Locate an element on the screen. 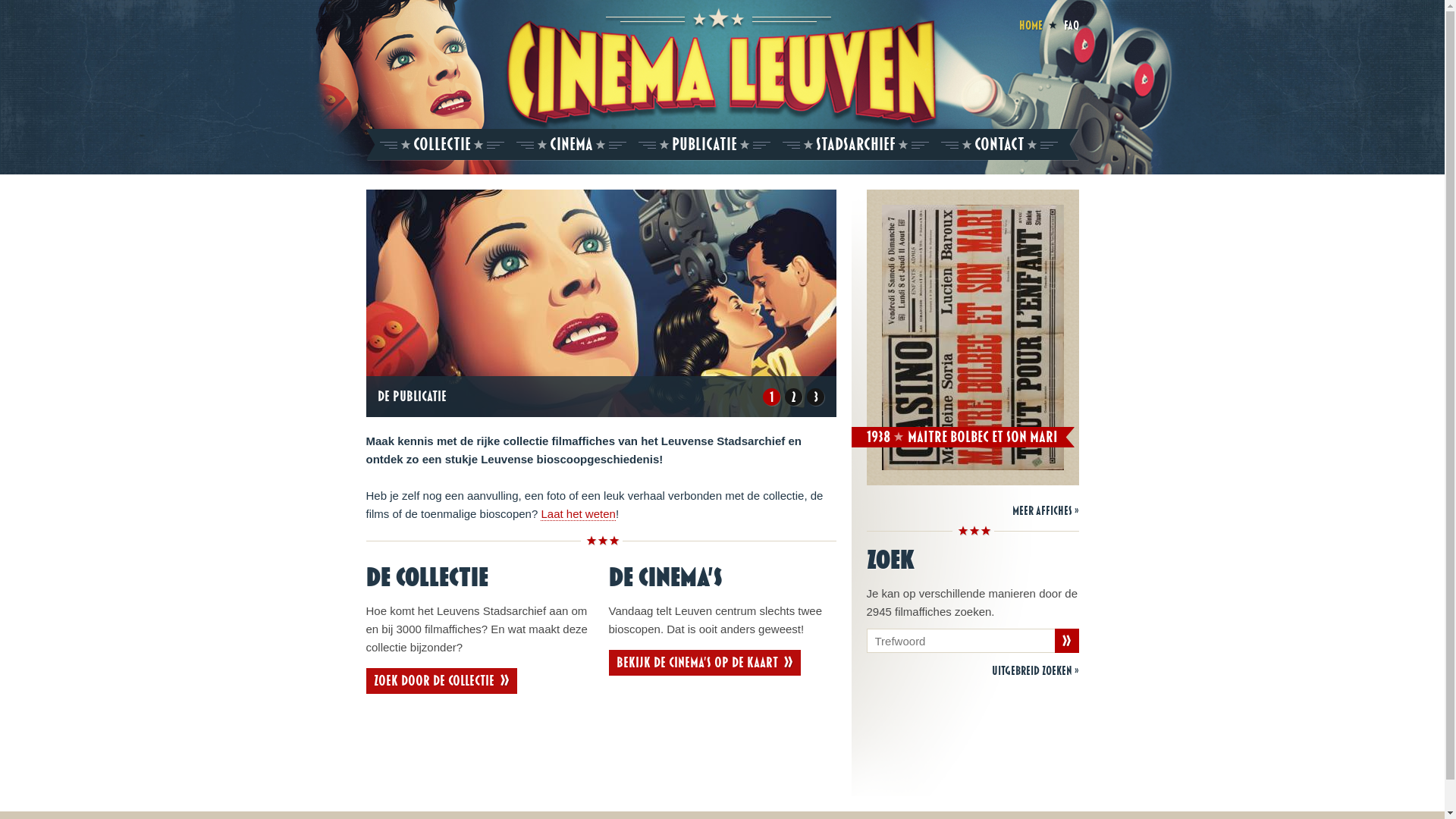 This screenshot has height=819, width=1456. 'Laat het weten' is located at coordinates (541, 513).